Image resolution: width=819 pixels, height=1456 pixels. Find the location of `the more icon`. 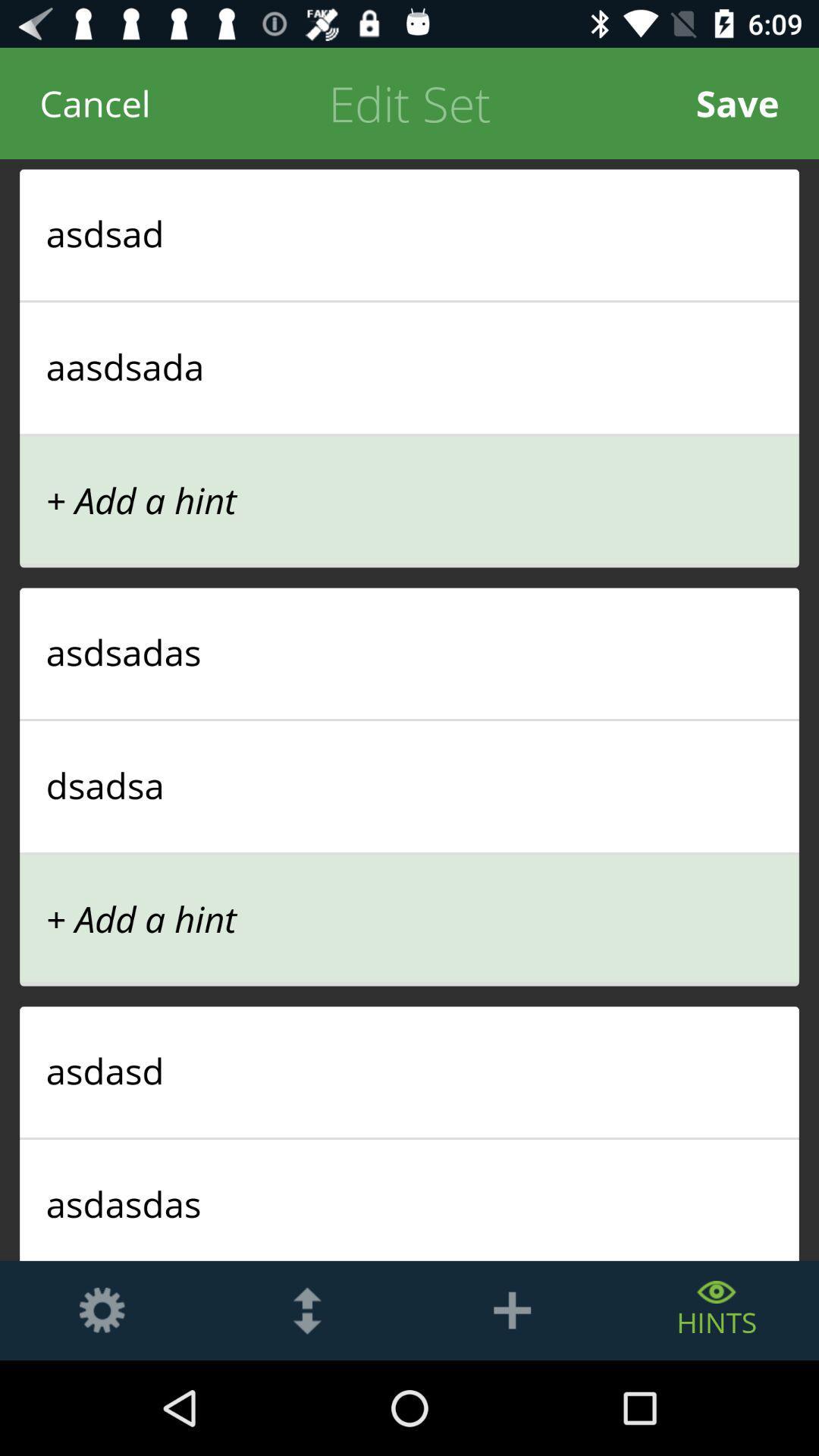

the more icon is located at coordinates (307, 1310).